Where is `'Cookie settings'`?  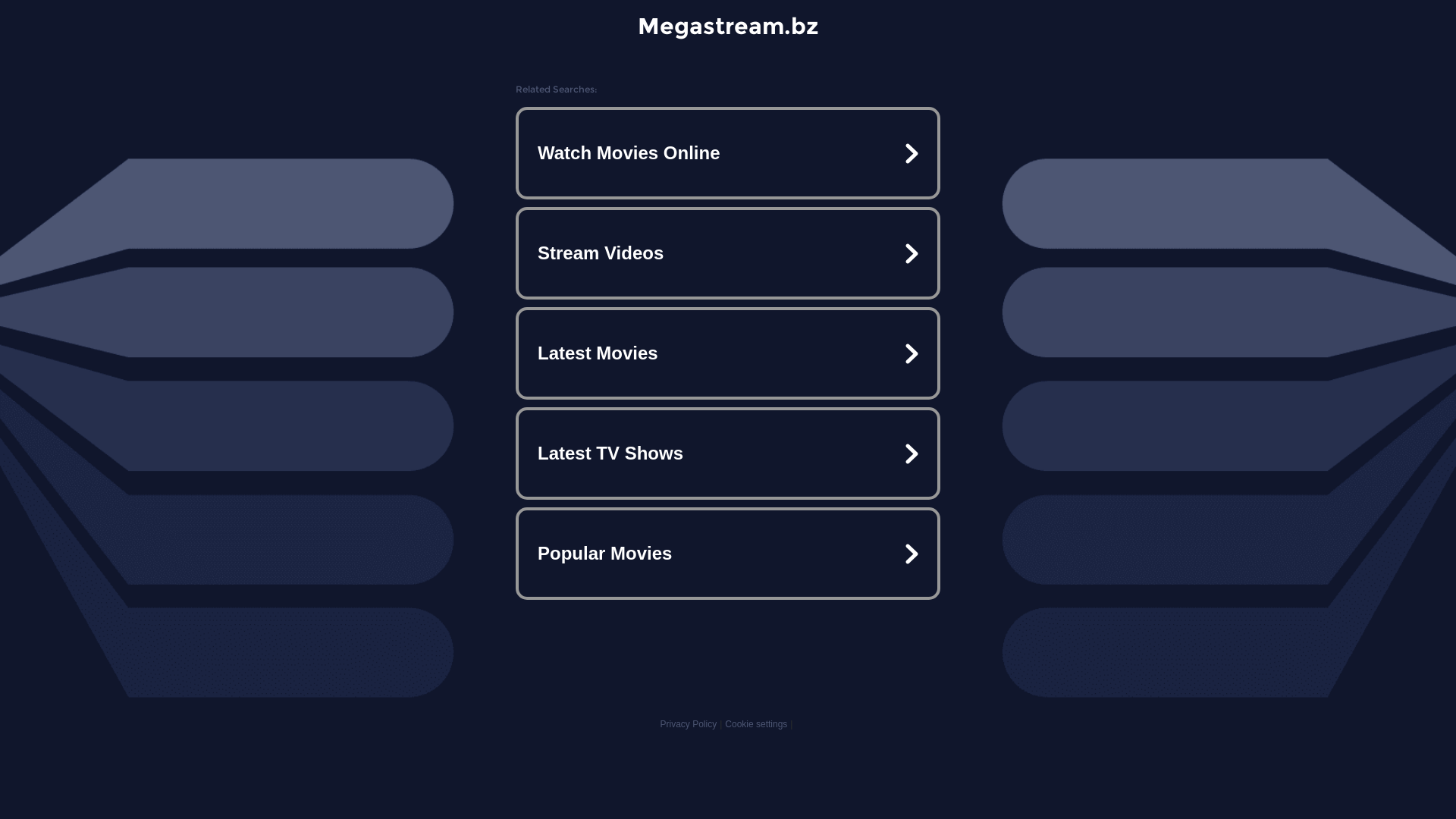 'Cookie settings' is located at coordinates (756, 723).